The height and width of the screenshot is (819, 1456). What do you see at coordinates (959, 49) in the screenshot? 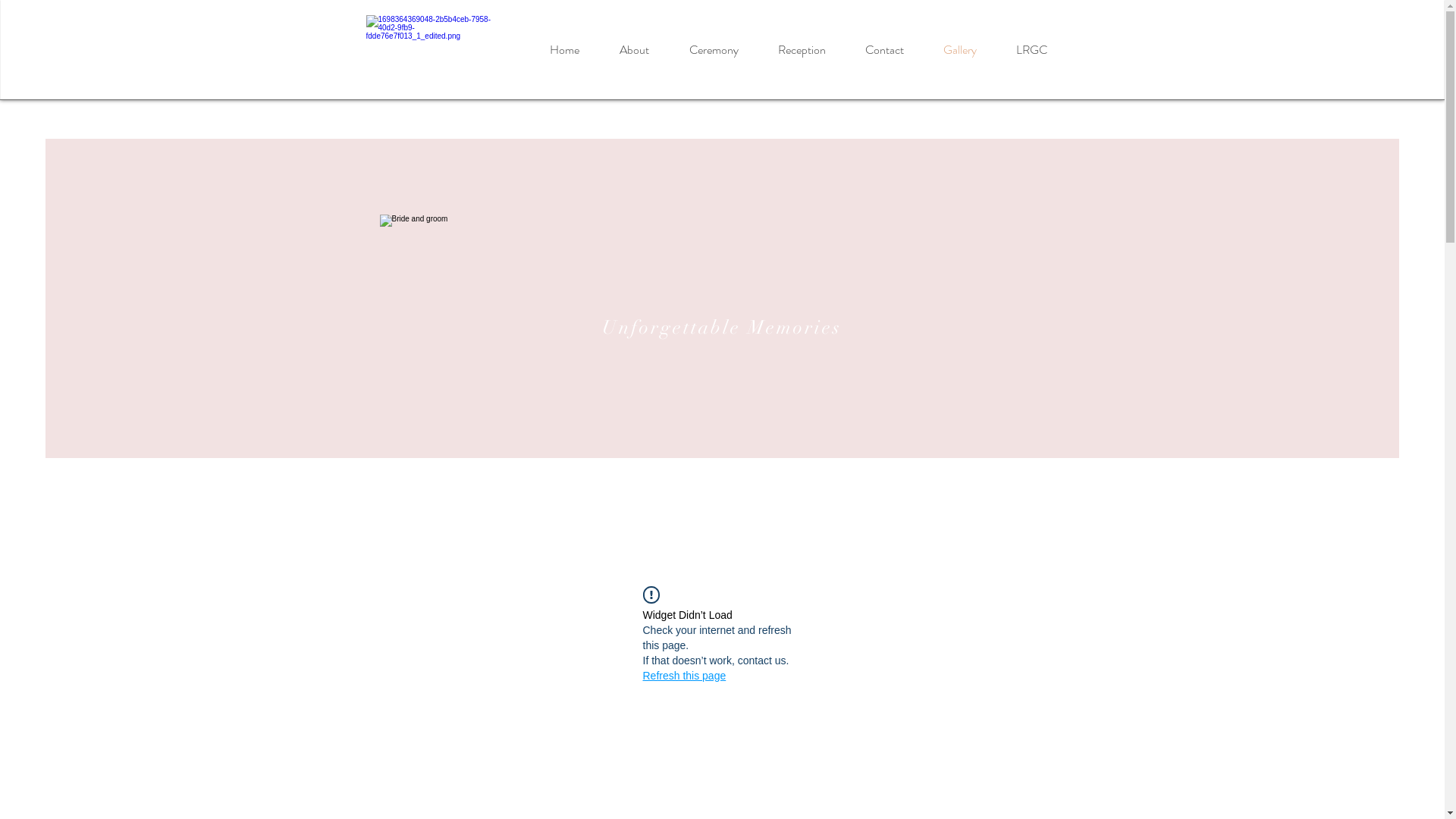
I see `'Gallery'` at bounding box center [959, 49].